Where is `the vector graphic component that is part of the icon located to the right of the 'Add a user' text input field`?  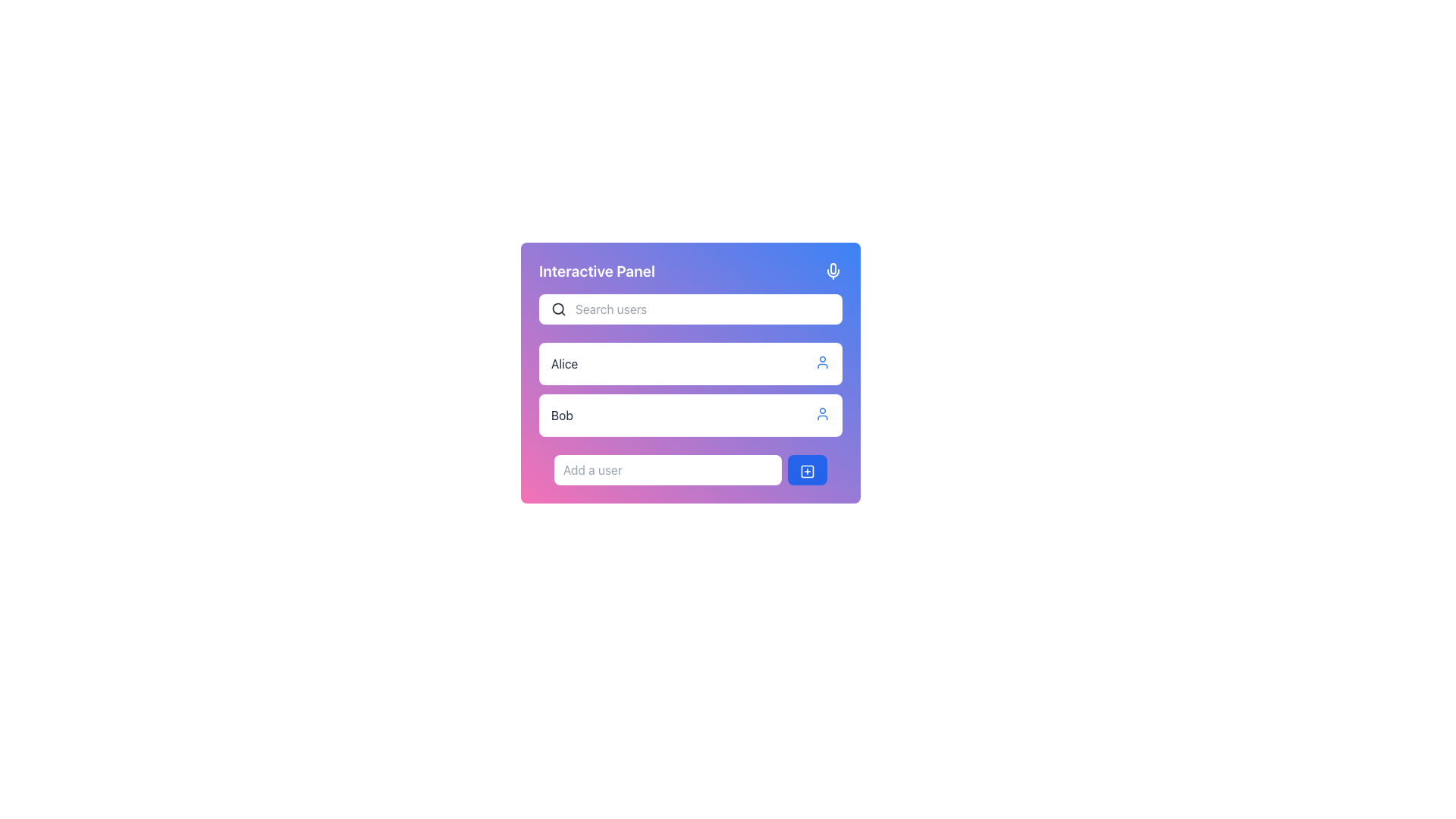 the vector graphic component that is part of the icon located to the right of the 'Add a user' text input field is located at coordinates (807, 470).